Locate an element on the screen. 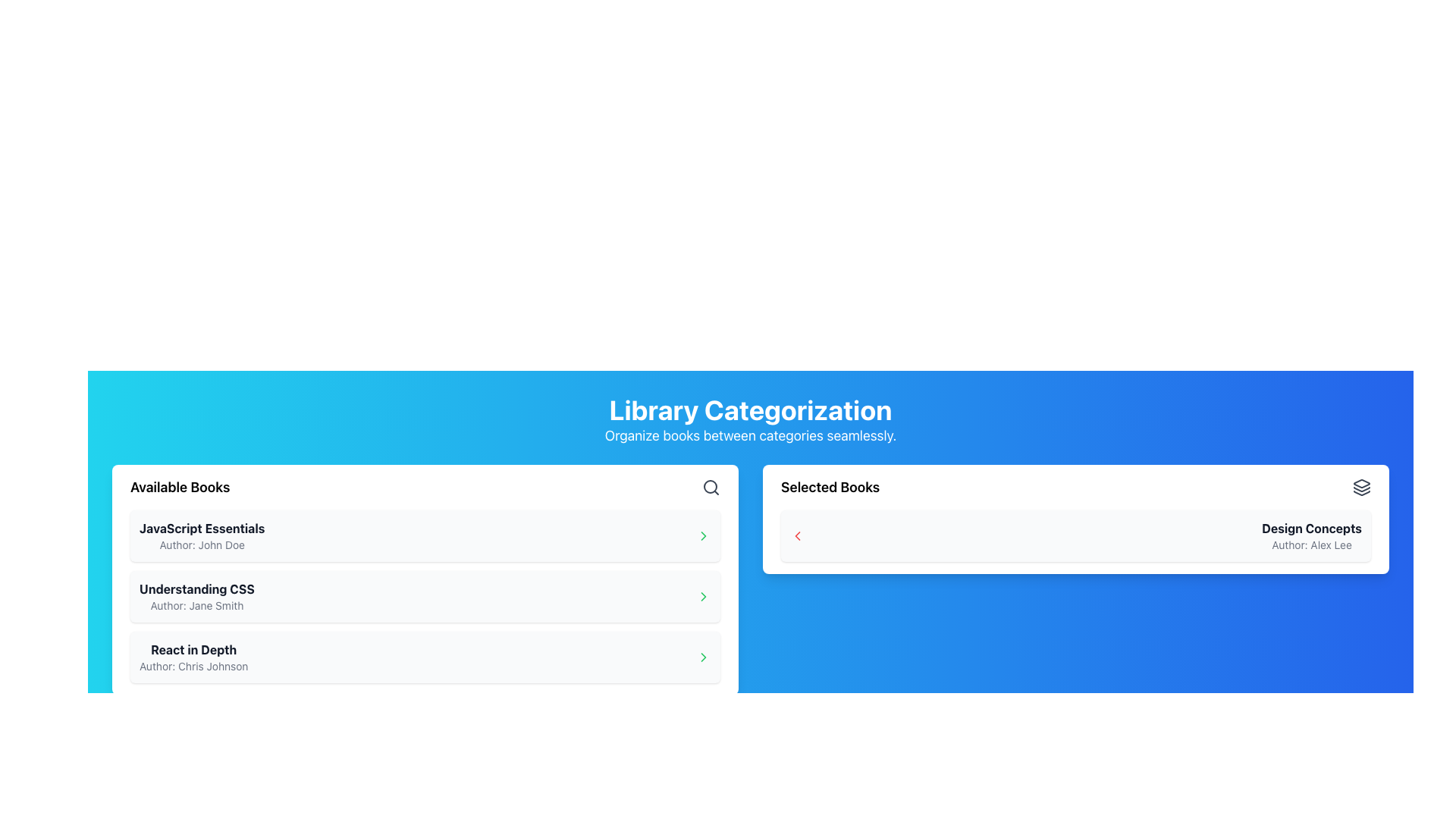  the title 'JavaScript Essentials' in the text block, which is the first listed item under 'Available Books' with a bold and dark font is located at coordinates (201, 535).